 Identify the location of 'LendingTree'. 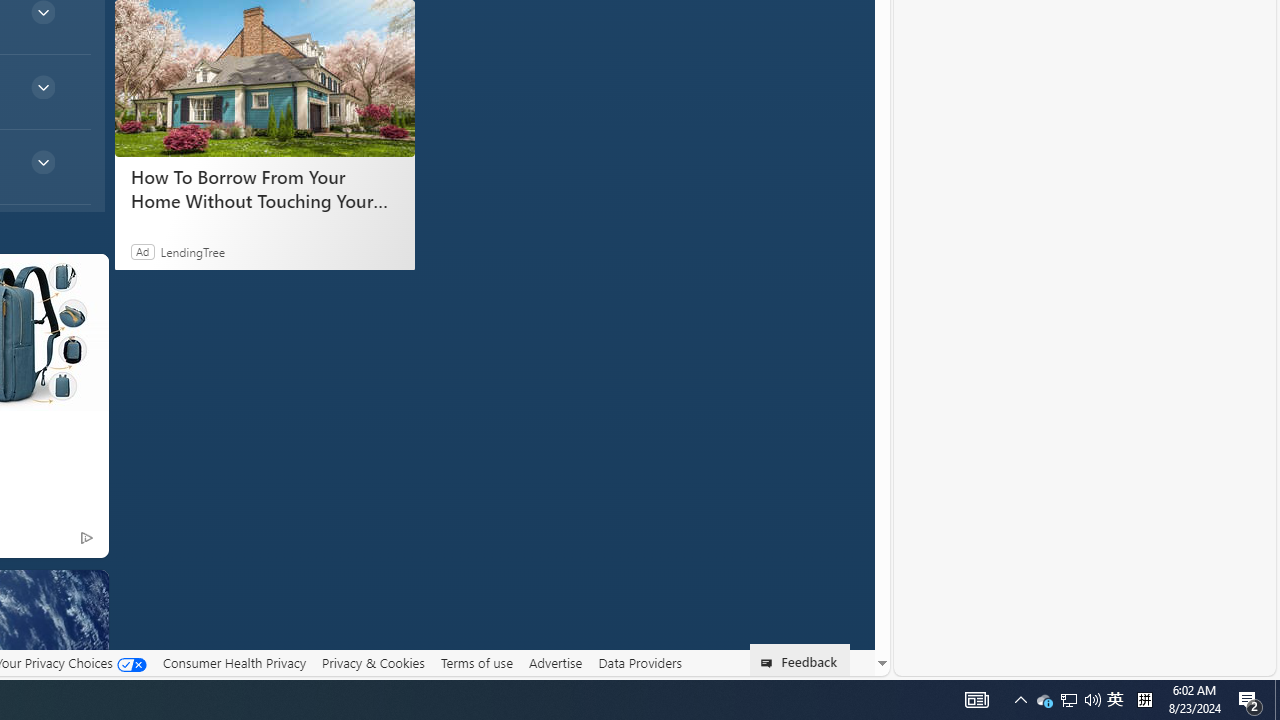
(192, 250).